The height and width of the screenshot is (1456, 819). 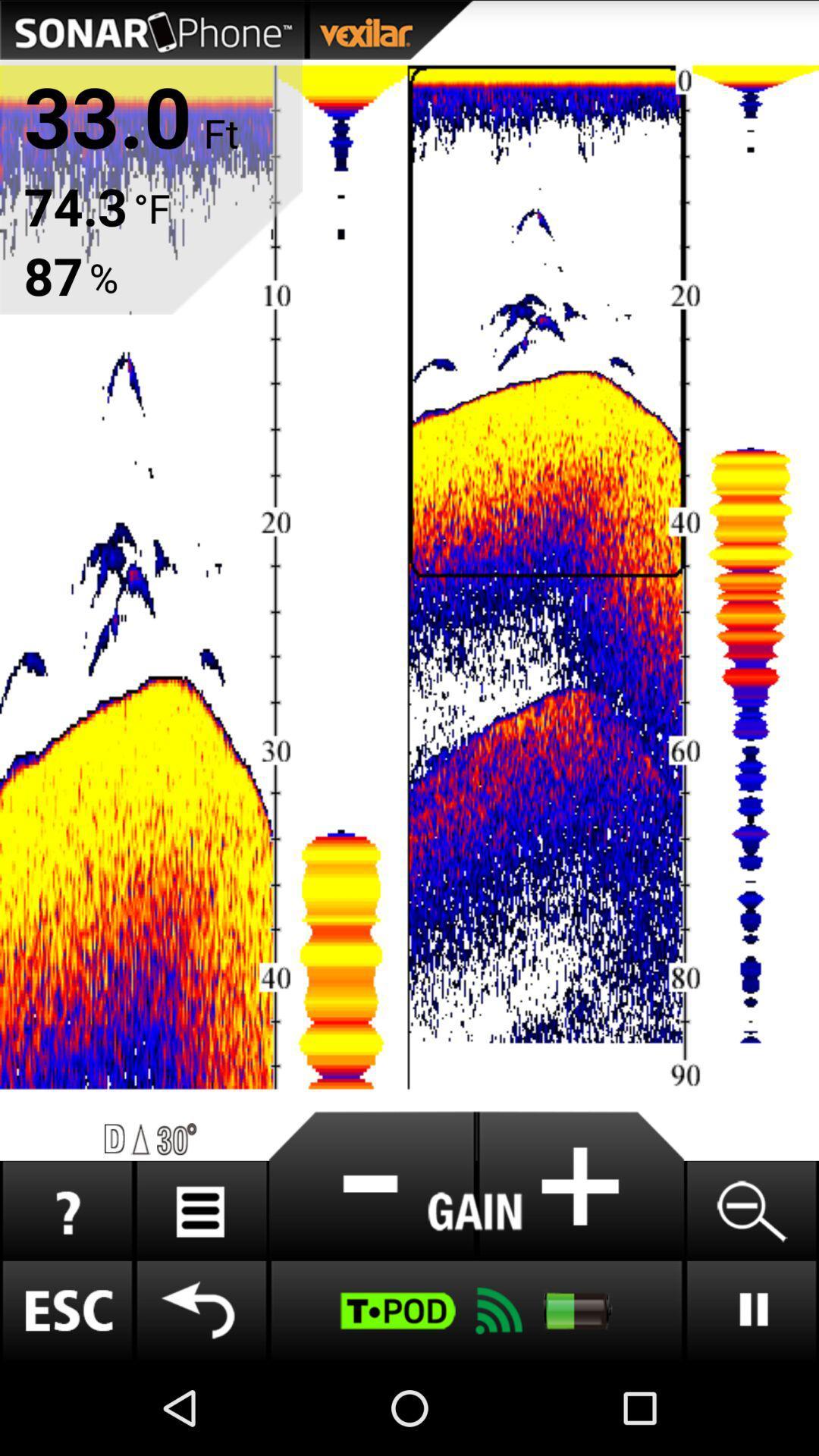 I want to click on question mark, so click(x=66, y=1210).